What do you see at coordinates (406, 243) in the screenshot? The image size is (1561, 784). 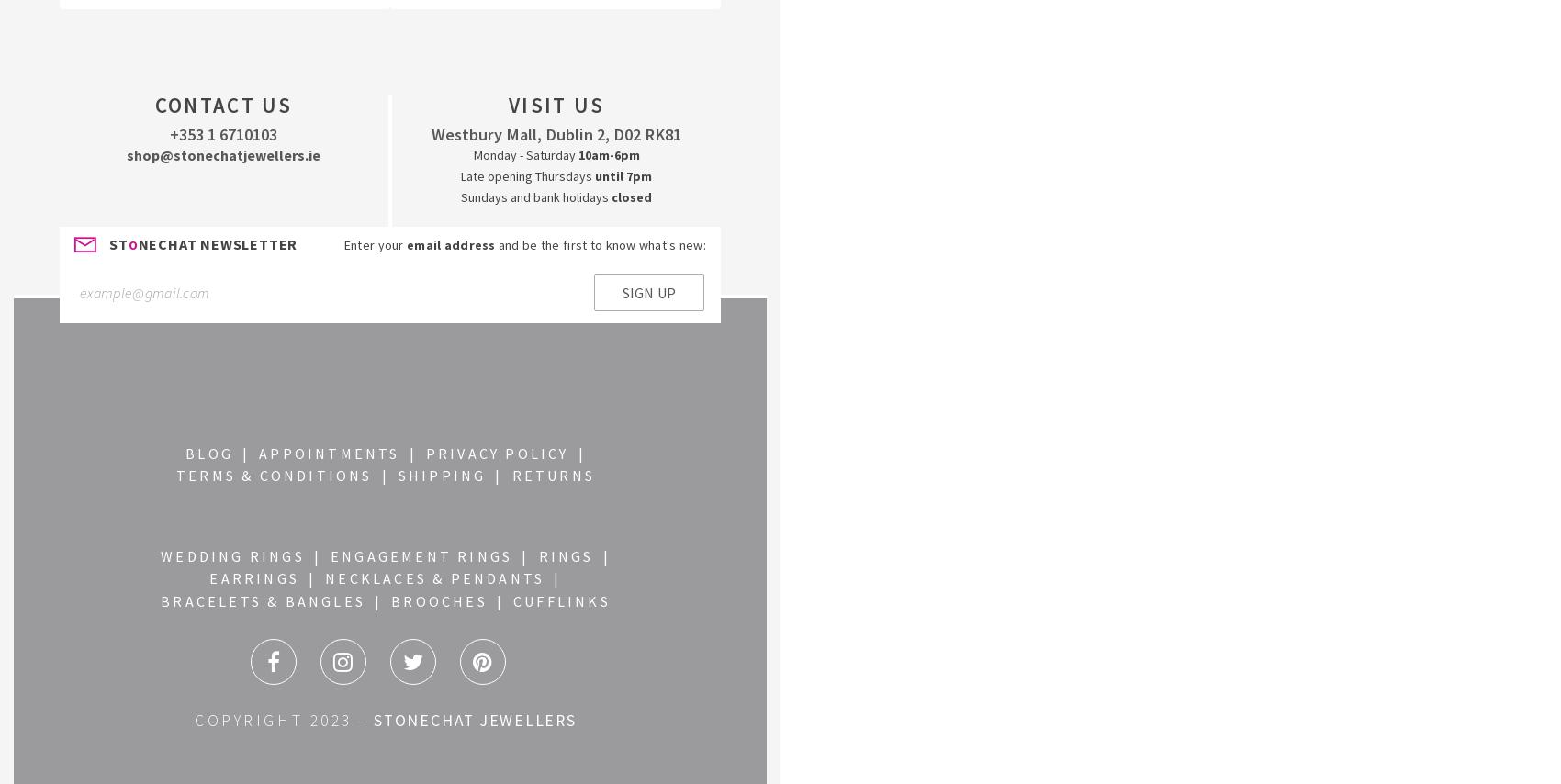 I see `'email address'` at bounding box center [406, 243].